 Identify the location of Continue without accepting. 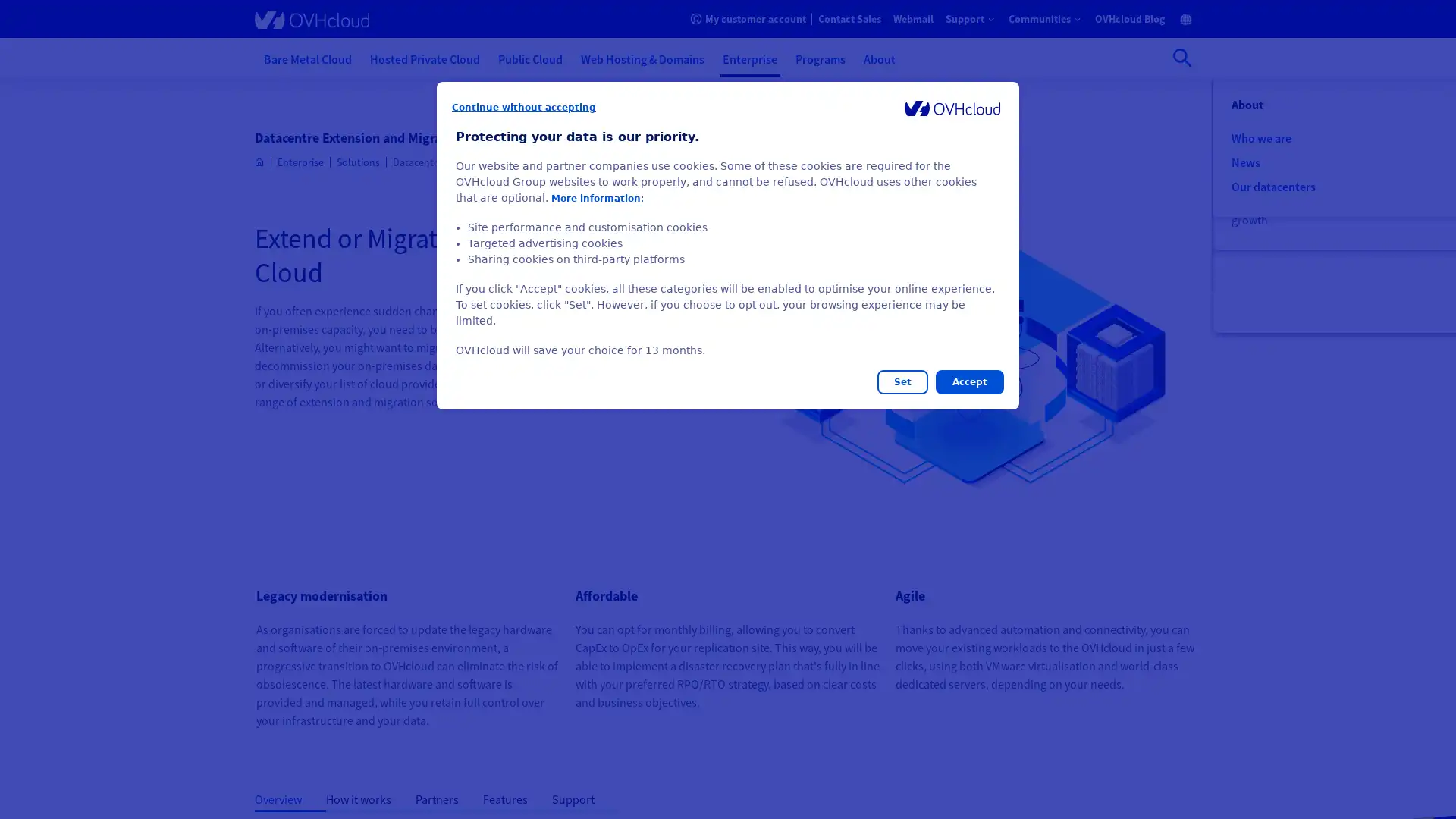
(524, 107).